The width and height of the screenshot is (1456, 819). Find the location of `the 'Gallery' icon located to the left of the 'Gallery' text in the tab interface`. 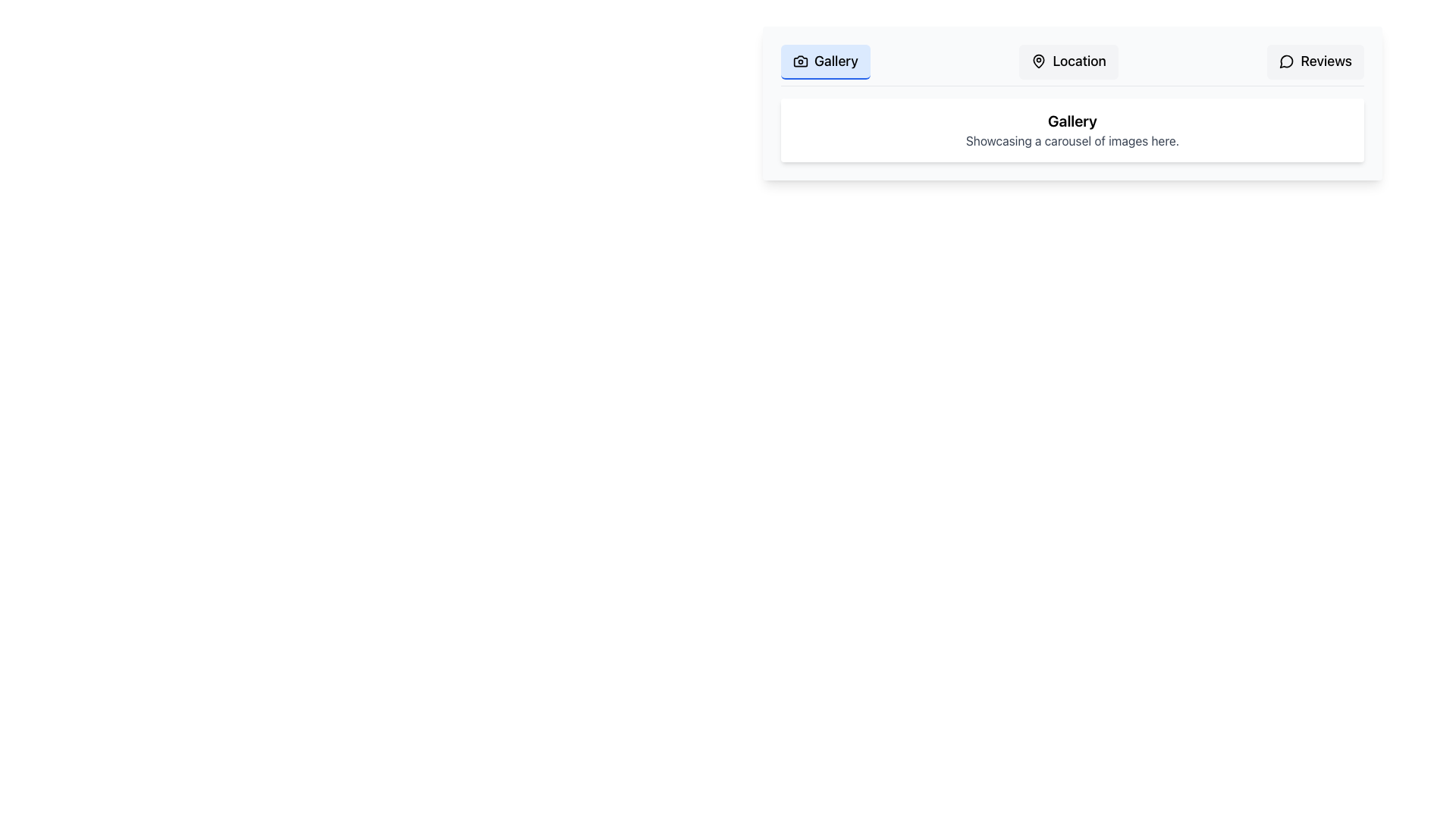

the 'Gallery' icon located to the left of the 'Gallery' text in the tab interface is located at coordinates (800, 61).